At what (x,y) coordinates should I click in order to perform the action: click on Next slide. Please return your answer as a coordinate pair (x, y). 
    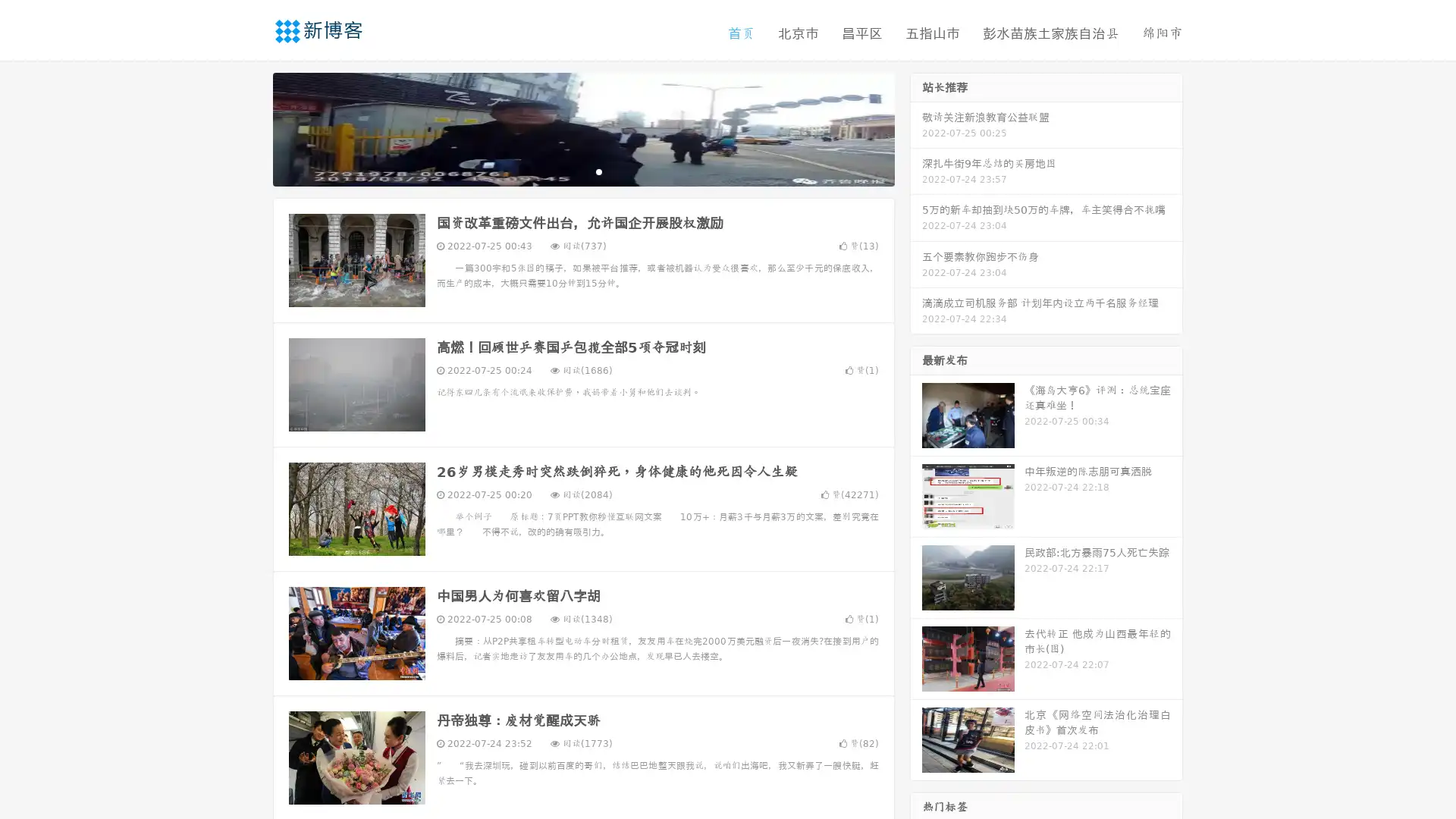
    Looking at the image, I should click on (916, 127).